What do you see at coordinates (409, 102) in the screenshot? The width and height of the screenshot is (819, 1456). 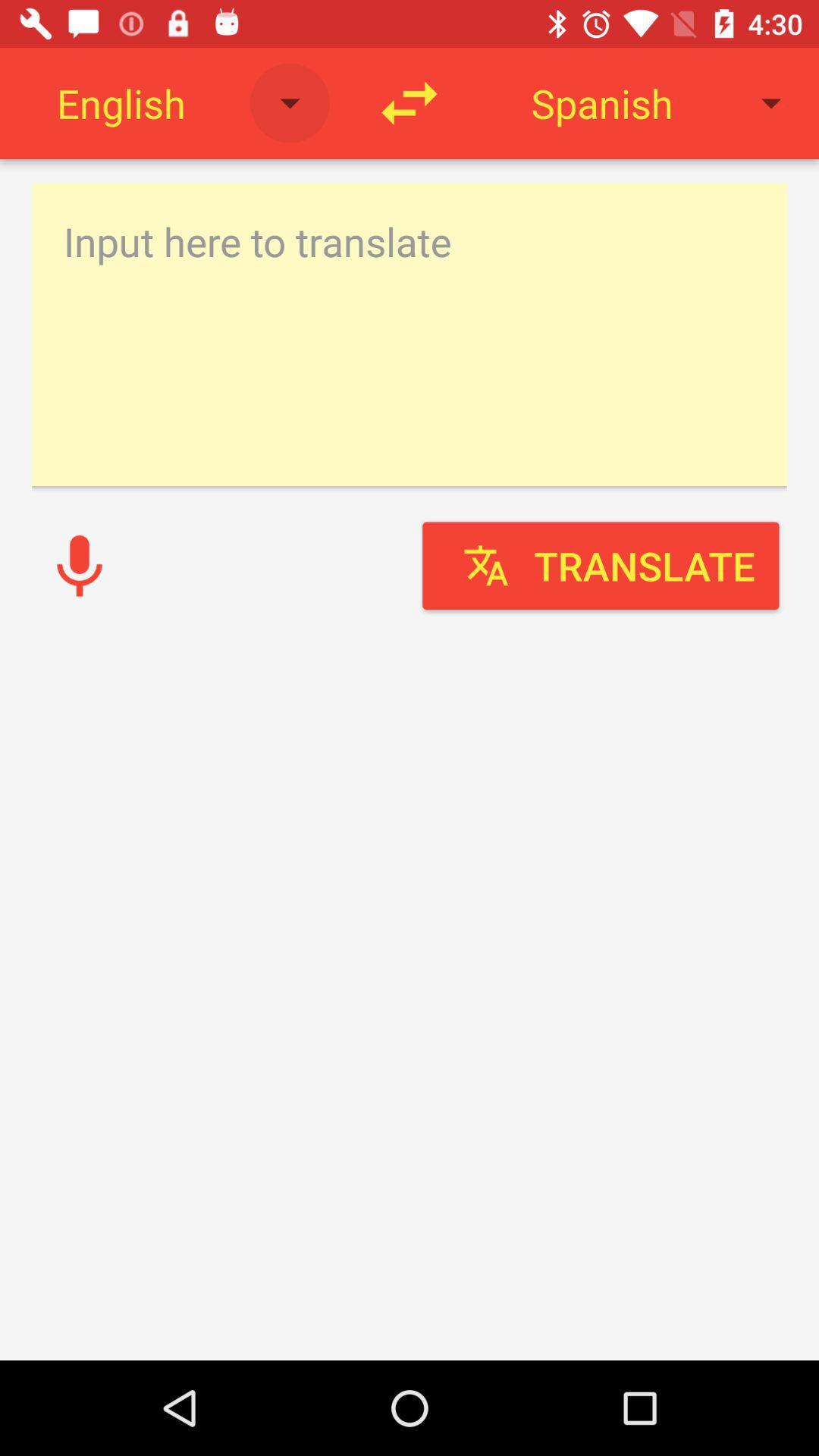 I see `switch direction of translation` at bounding box center [409, 102].